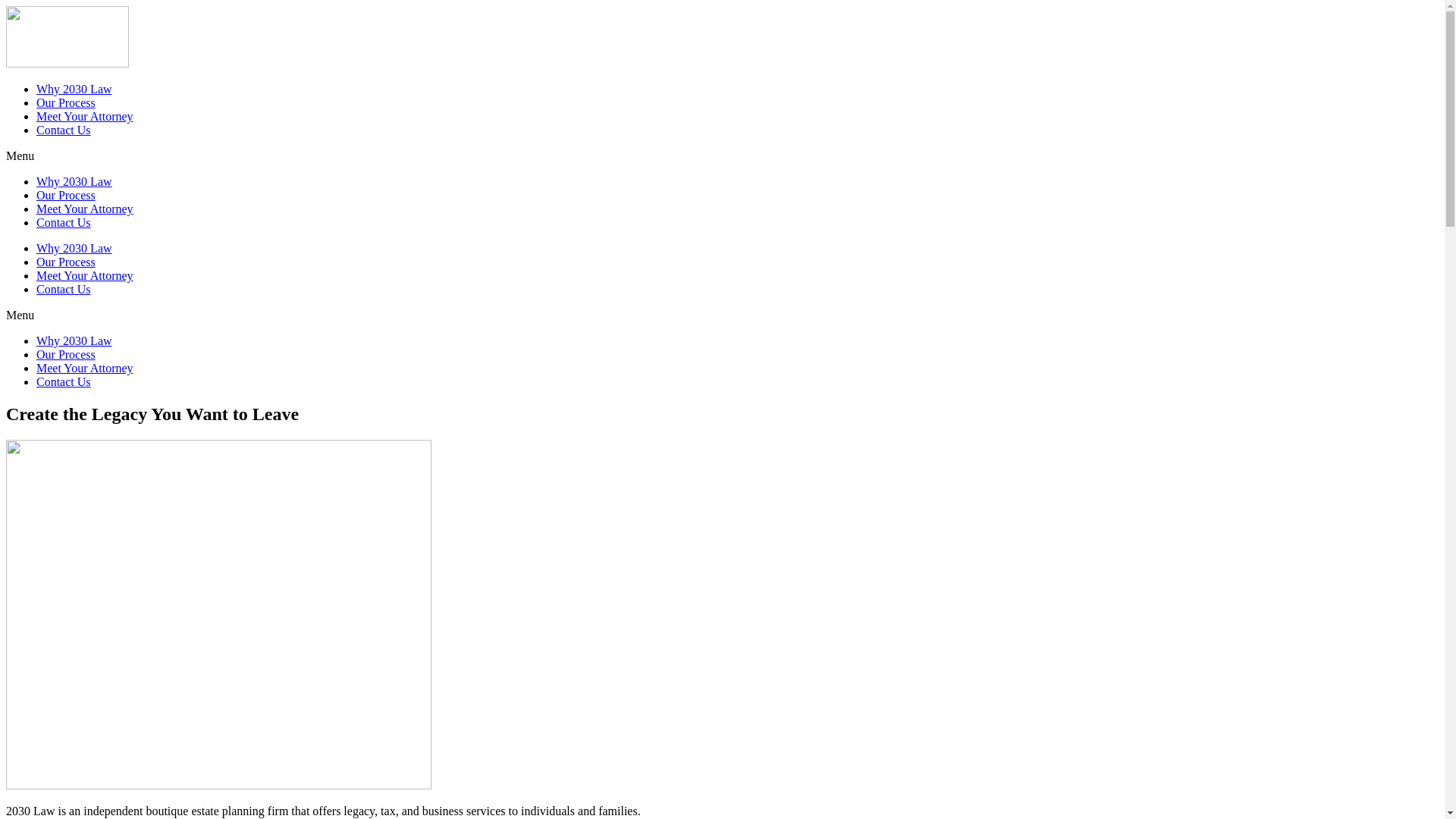 This screenshot has height=819, width=1456. I want to click on 'Meet Your Attorney', so click(83, 368).